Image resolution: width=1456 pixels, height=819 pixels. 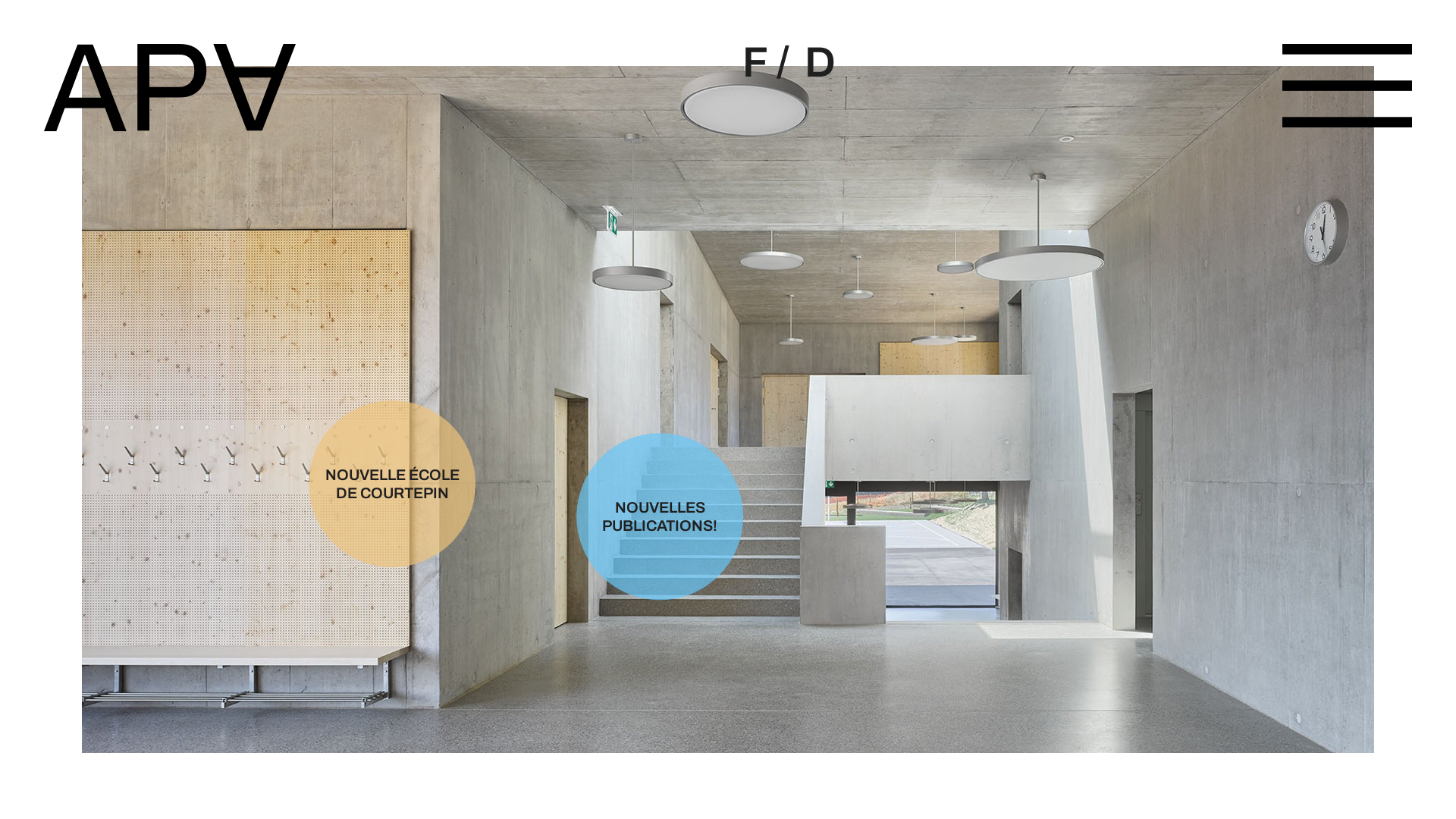 What do you see at coordinates (795, 62) in the screenshot?
I see `'D'` at bounding box center [795, 62].